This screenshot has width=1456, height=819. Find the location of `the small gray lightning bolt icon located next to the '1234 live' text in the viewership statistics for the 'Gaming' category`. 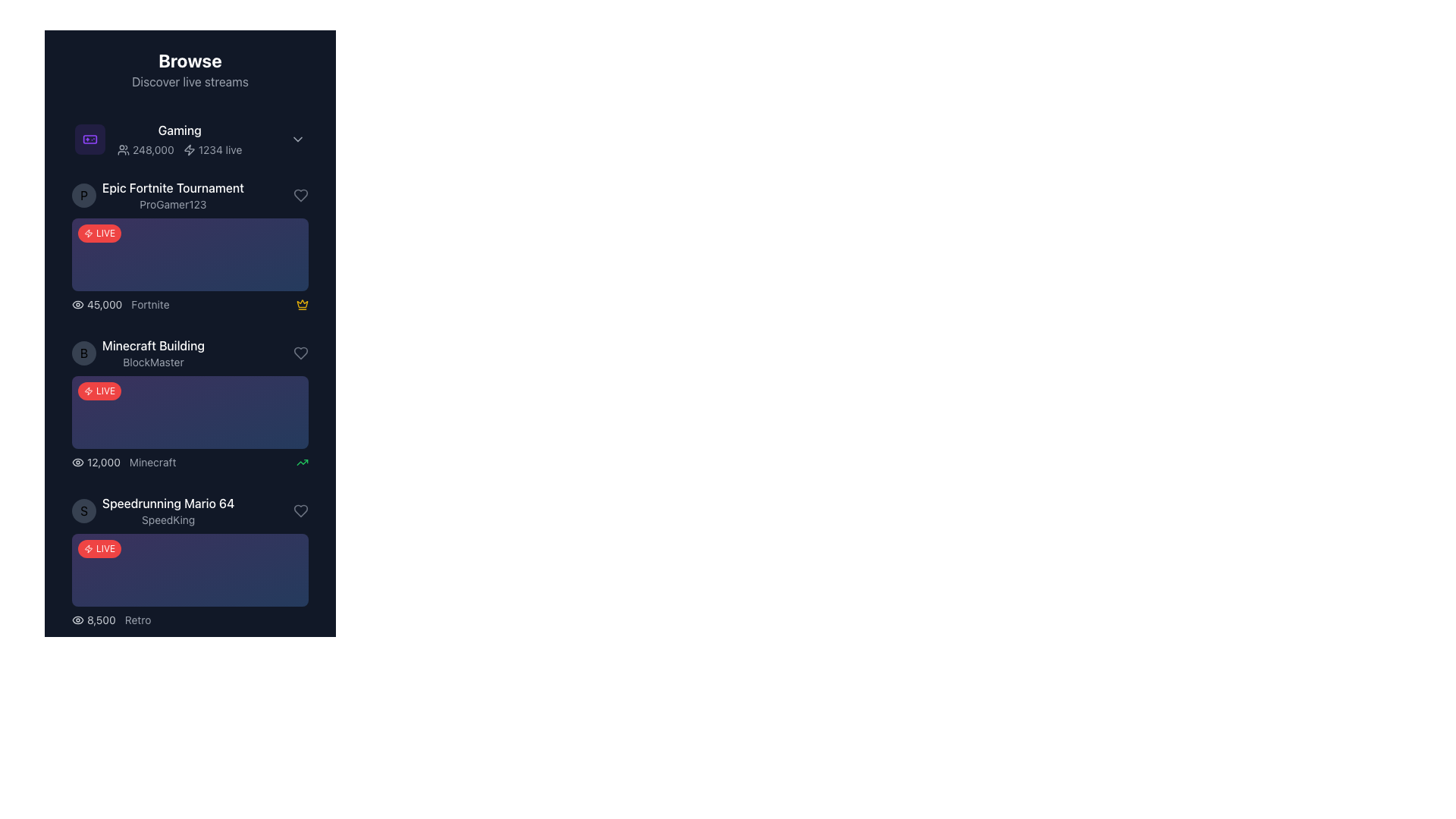

the small gray lightning bolt icon located next to the '1234 live' text in the viewership statistics for the 'Gaming' category is located at coordinates (188, 149).